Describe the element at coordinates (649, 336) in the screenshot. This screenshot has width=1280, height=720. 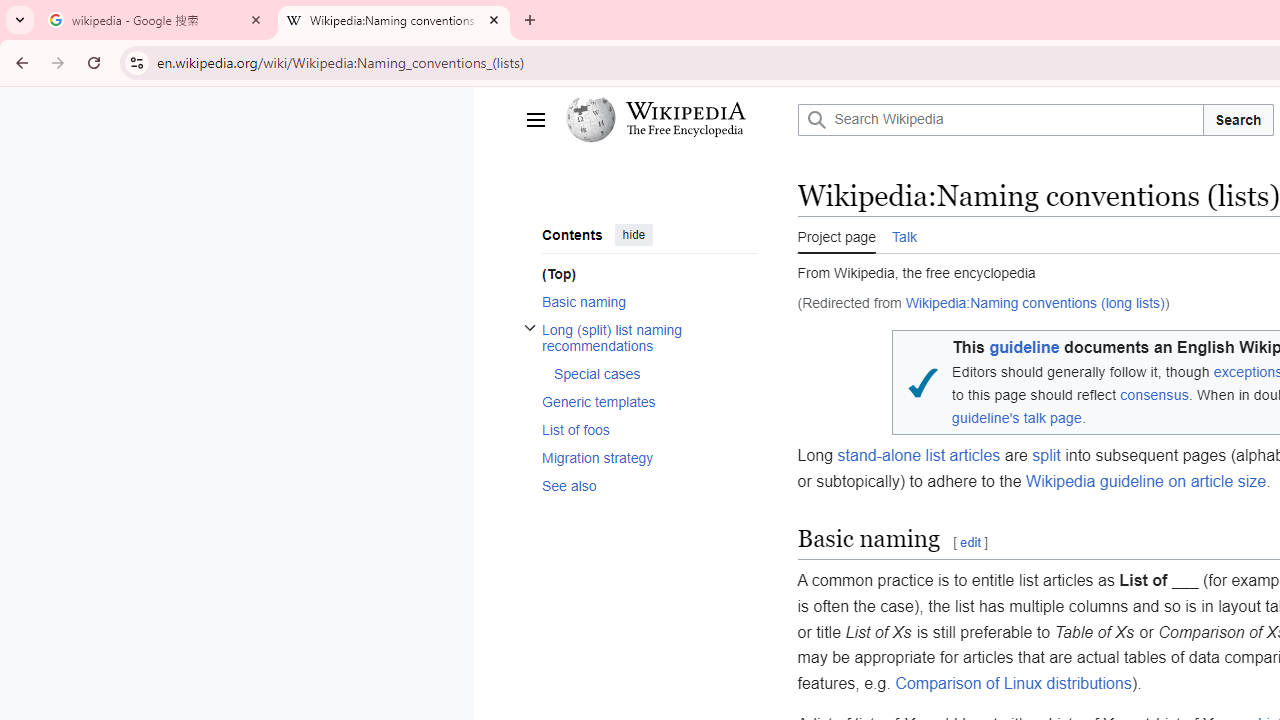
I see `'Long (split) list naming recommendations'` at that location.